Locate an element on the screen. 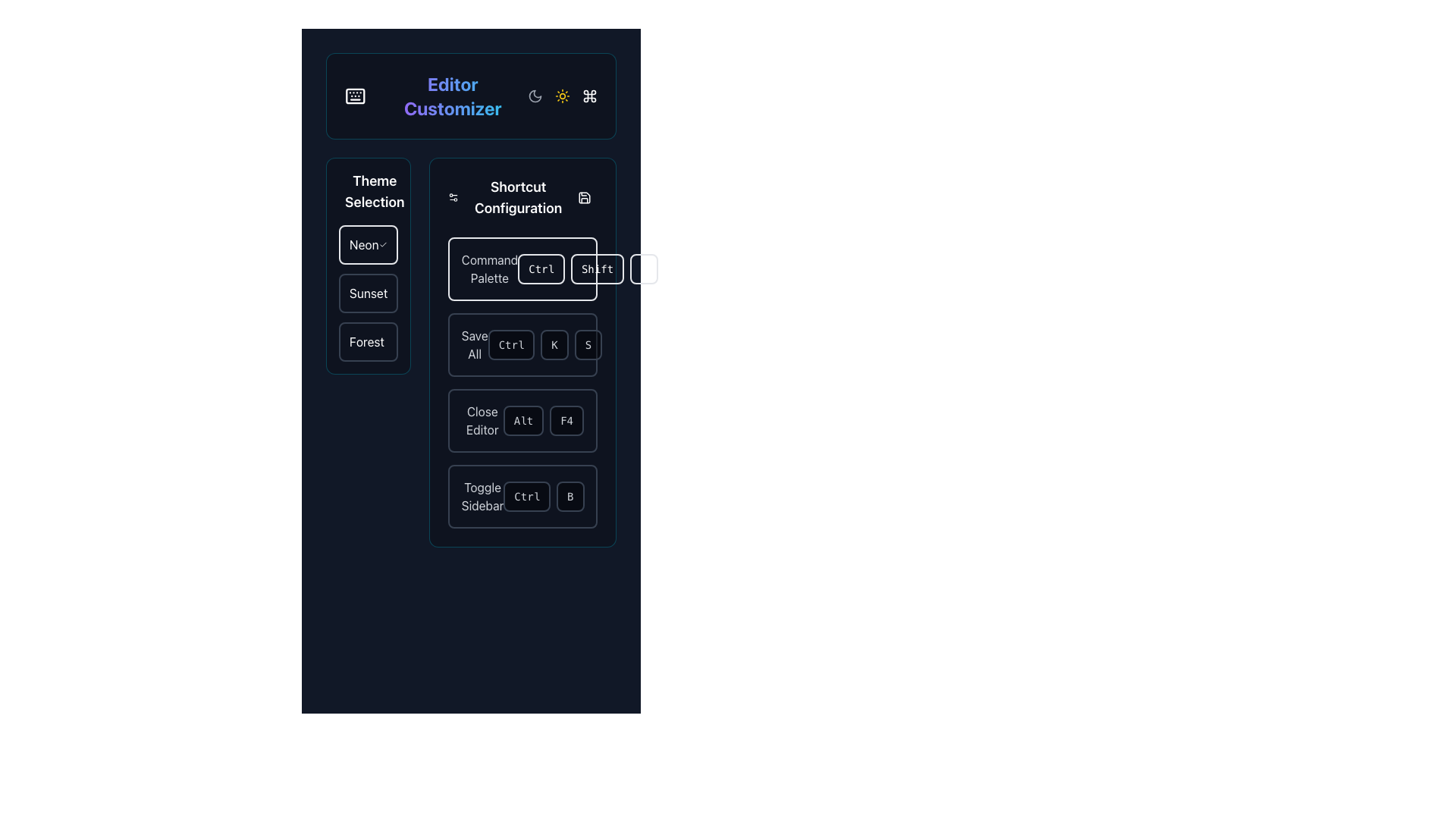 The height and width of the screenshot is (819, 1456). the 'Forest' theme option in the left sidebar is located at coordinates (366, 342).